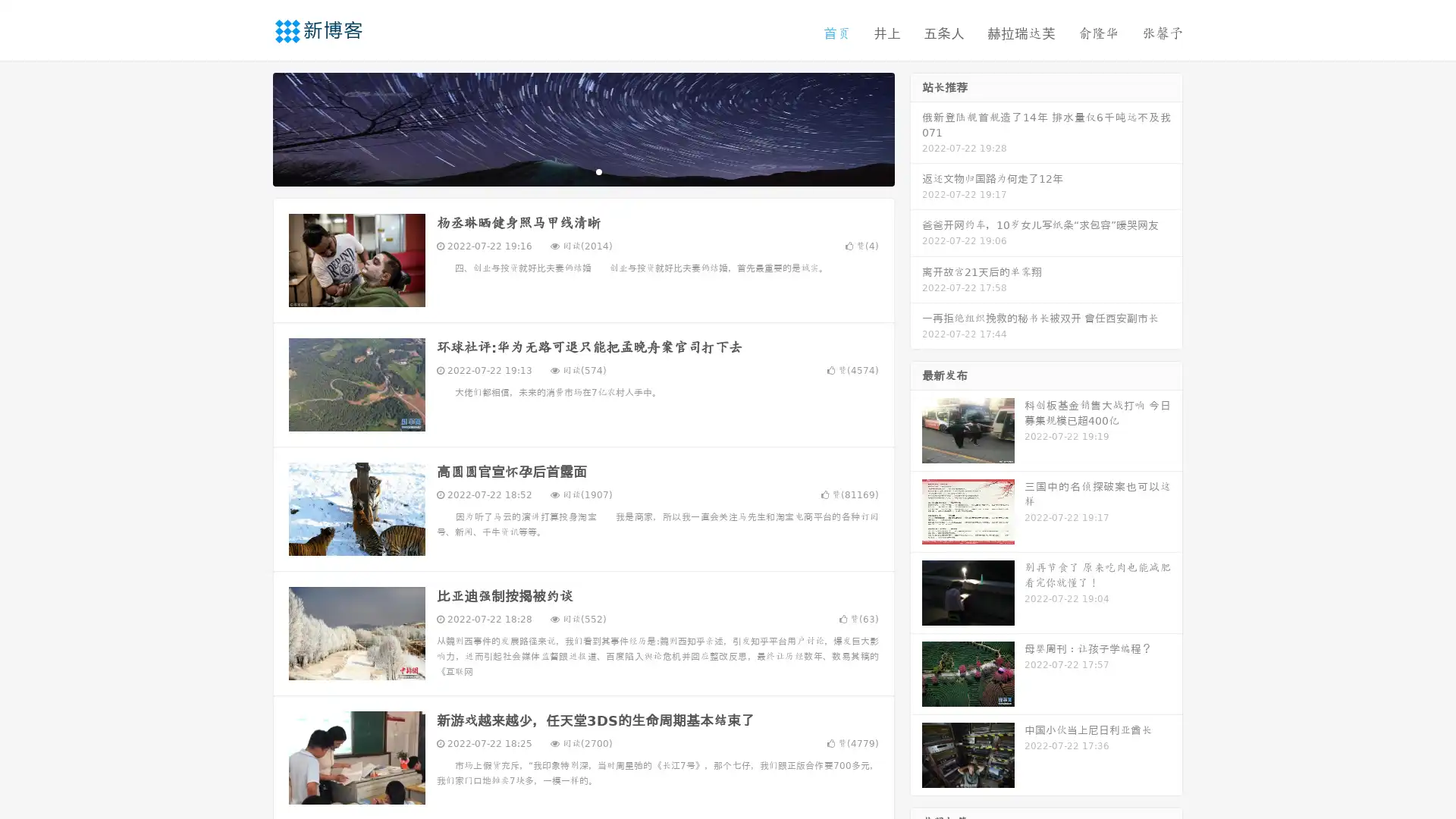 The image size is (1456, 819). I want to click on Previous slide, so click(250, 127).